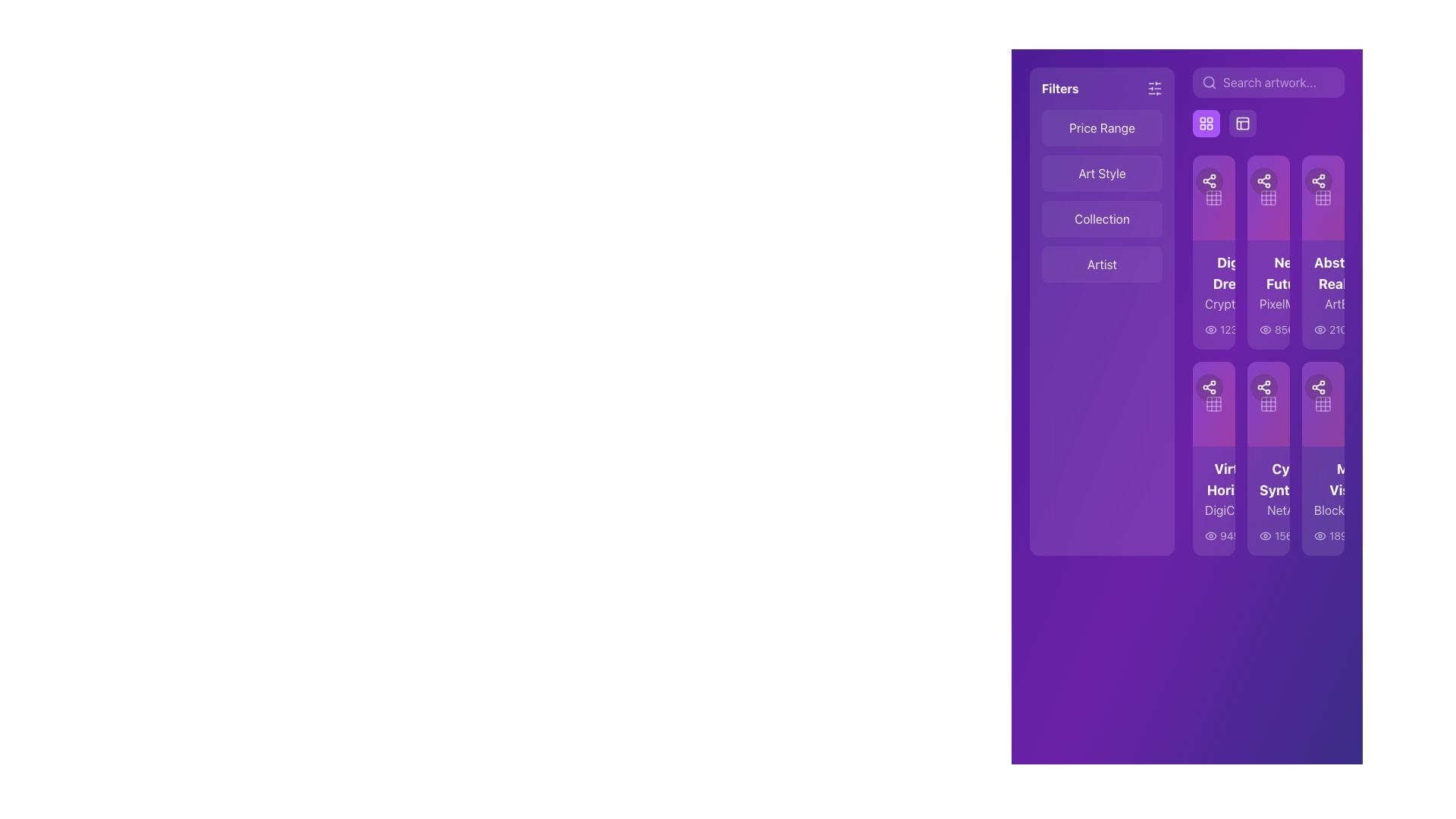 The width and height of the screenshot is (1456, 819). I want to click on the purple square-shaped icon with rounded corners located in the second position of the top row in a 3x3 grid layout, so click(1269, 197).